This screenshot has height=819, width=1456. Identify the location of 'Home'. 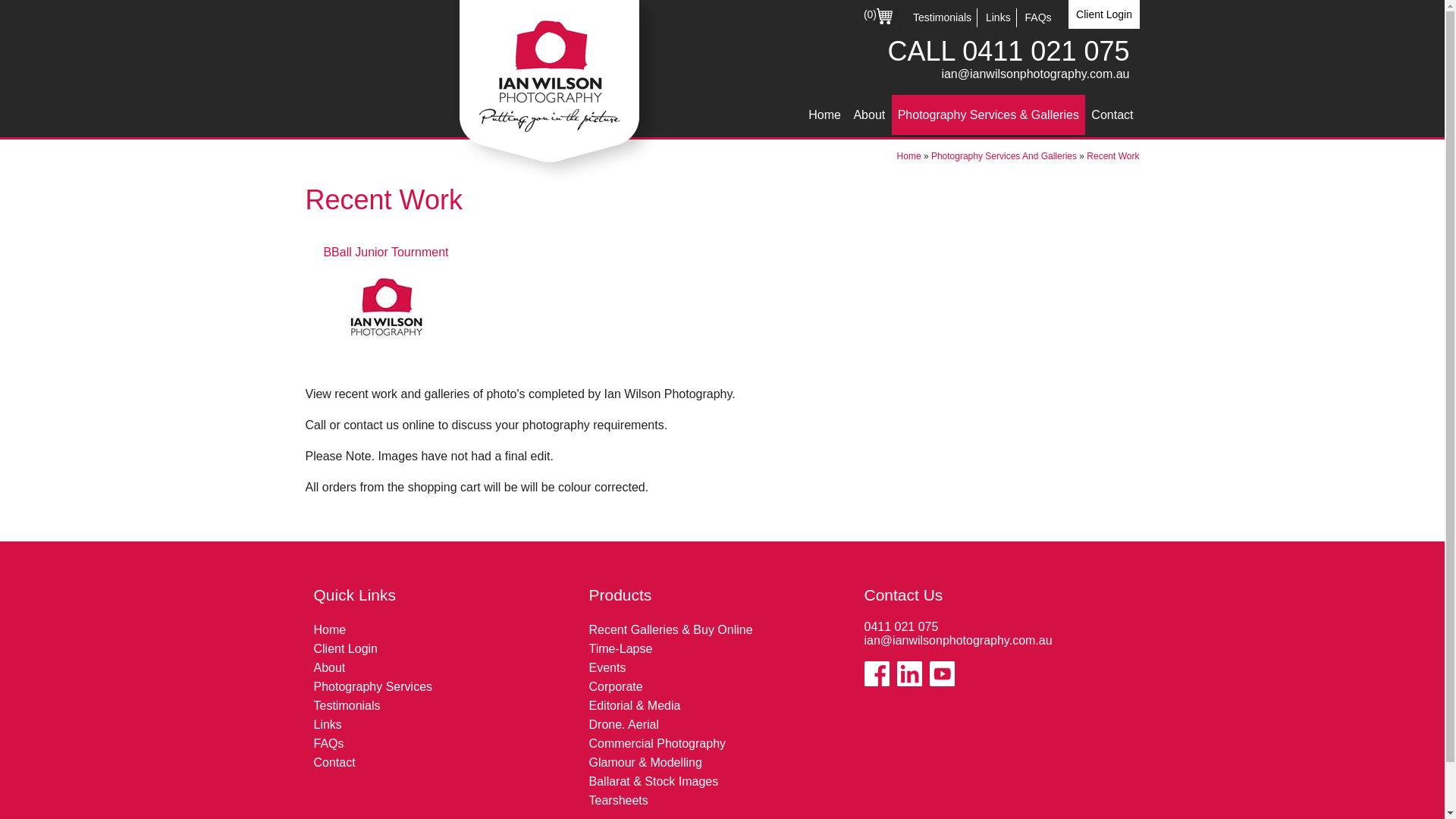
(896, 155).